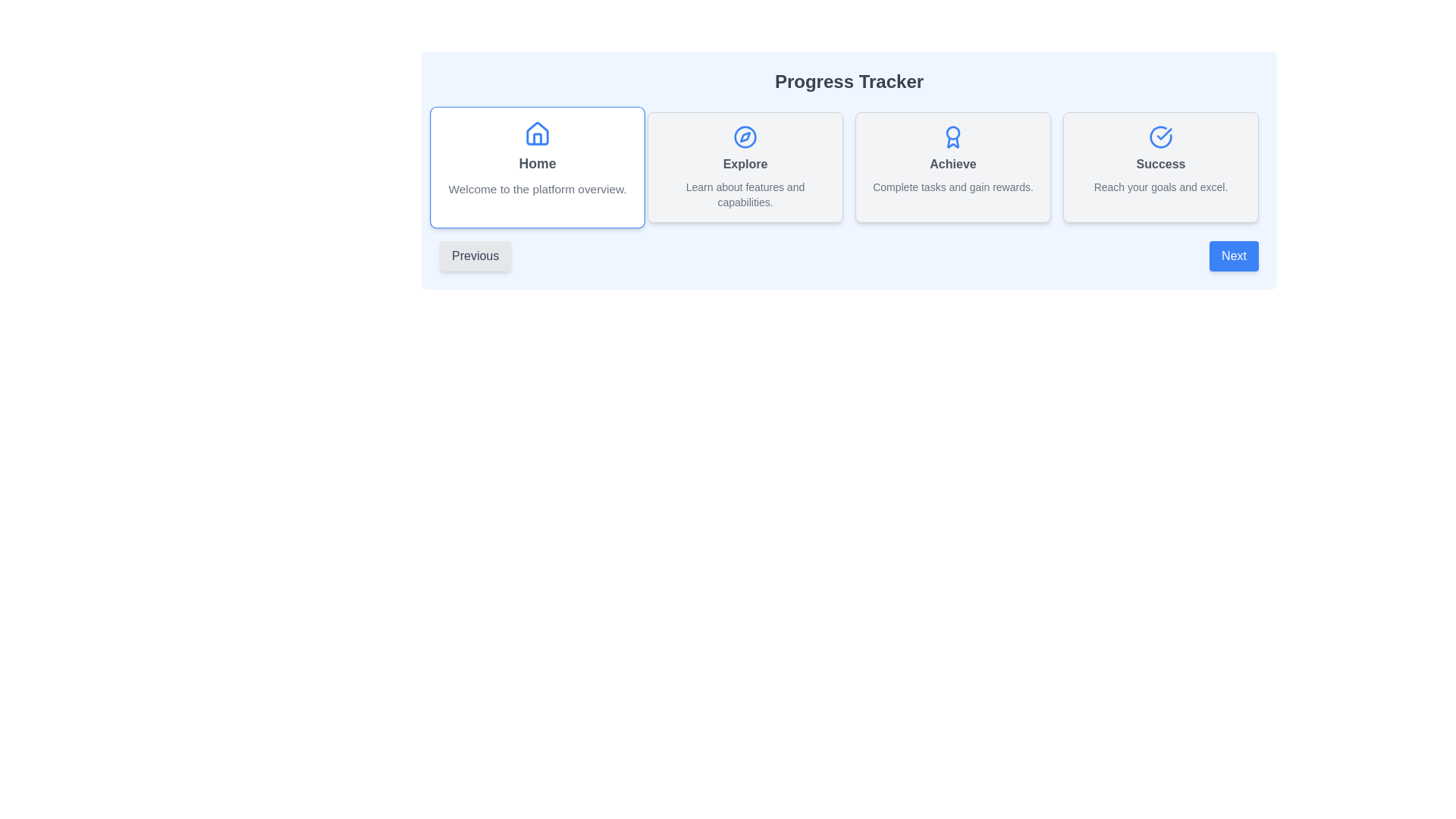 The height and width of the screenshot is (819, 1456). I want to click on the SVG Circle with a blue stroke located at the center of the second card labeled 'Explore' beneath the heading 'Progress Tracker', so click(745, 137).